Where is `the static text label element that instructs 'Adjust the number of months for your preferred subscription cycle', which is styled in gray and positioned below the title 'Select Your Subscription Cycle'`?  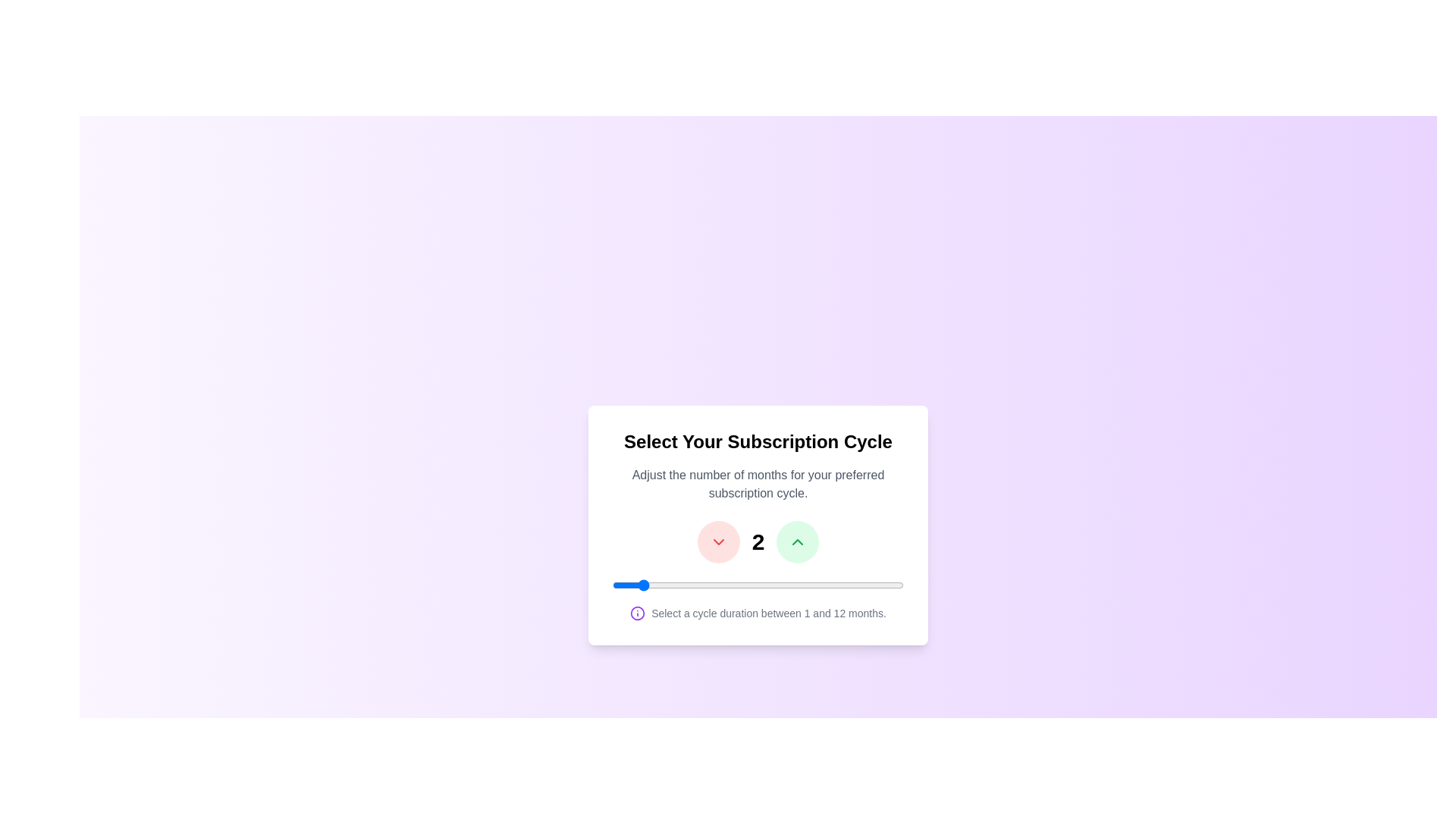
the static text label element that instructs 'Adjust the number of months for your preferred subscription cycle', which is styled in gray and positioned below the title 'Select Your Subscription Cycle' is located at coordinates (758, 485).